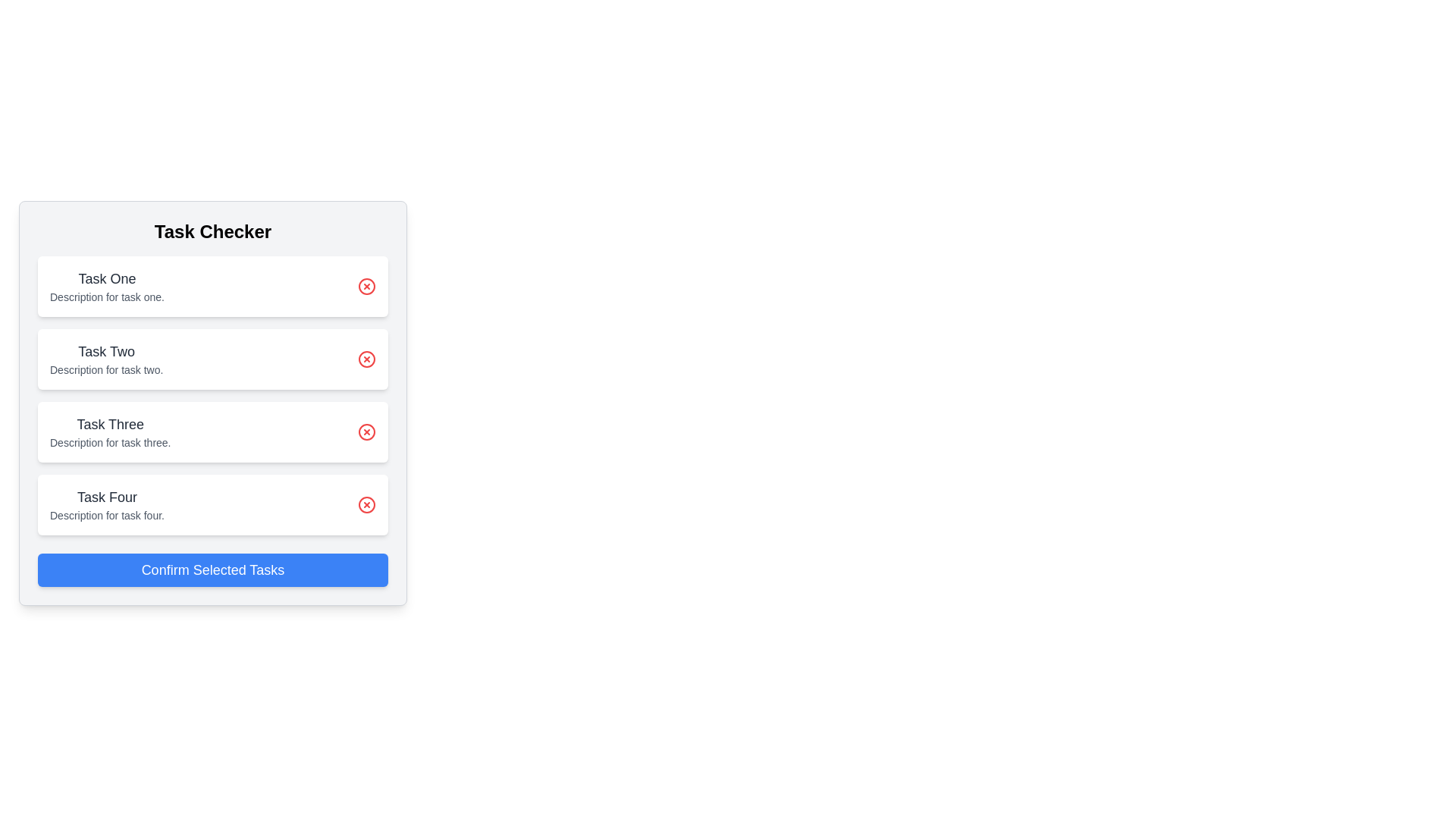 The image size is (1456, 819). What do you see at coordinates (106, 497) in the screenshot?
I see `the title text element located in the fourth task card, which is positioned above the text 'Description for task four.' and aligned to the left` at bounding box center [106, 497].